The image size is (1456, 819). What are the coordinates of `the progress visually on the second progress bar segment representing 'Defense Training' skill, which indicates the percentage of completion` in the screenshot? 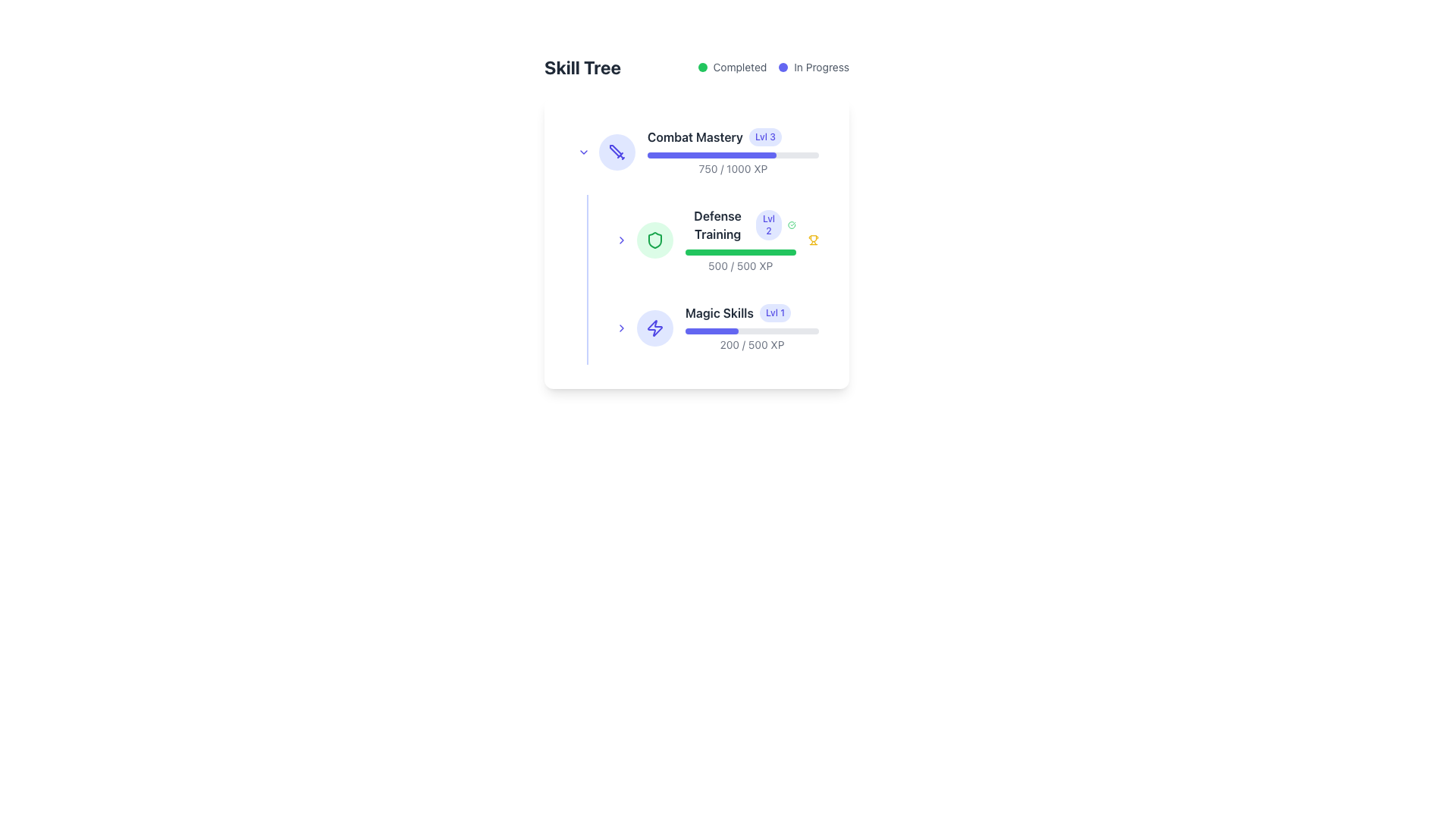 It's located at (711, 330).